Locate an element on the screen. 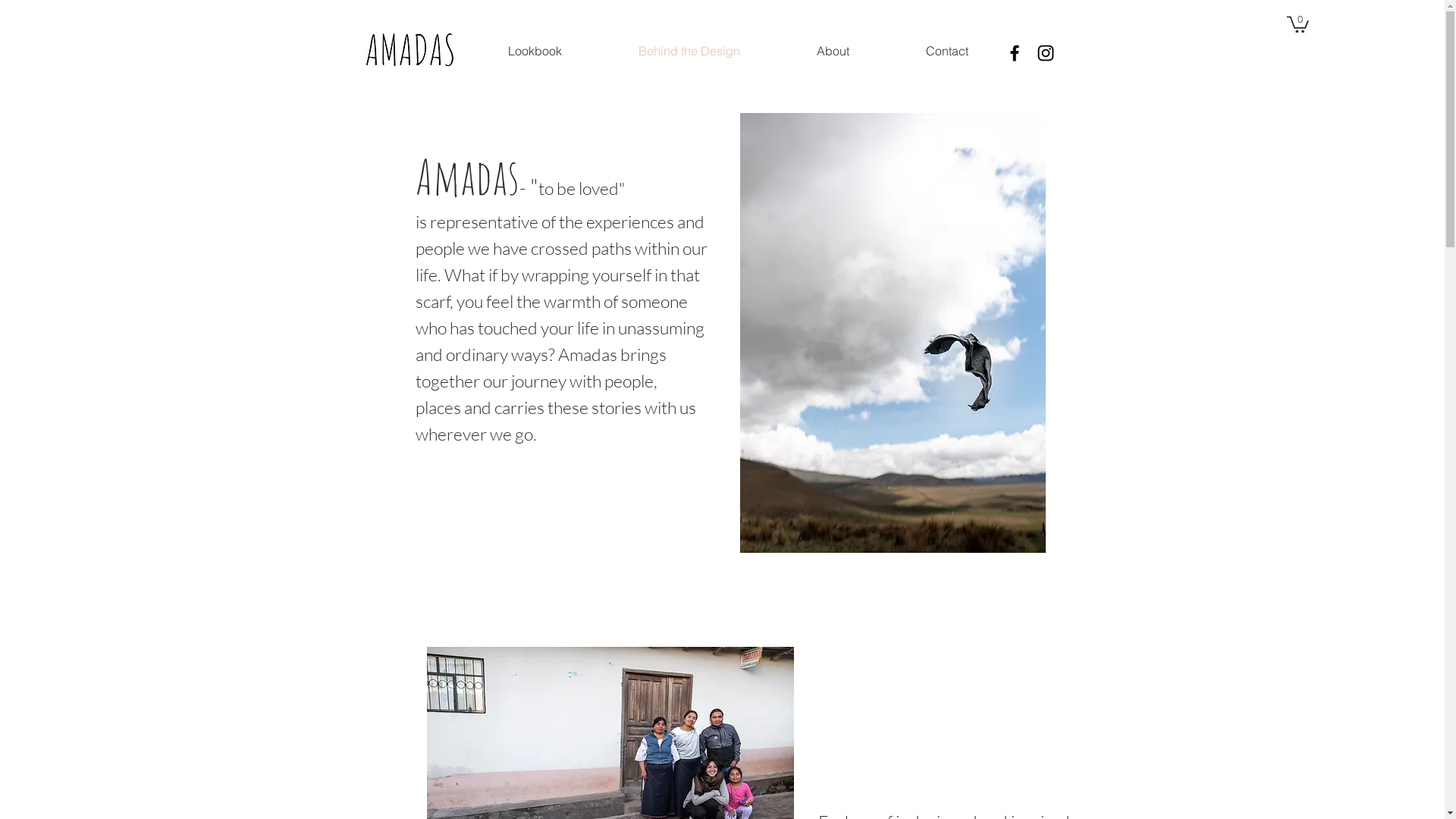 The width and height of the screenshot is (1456, 819). 'About' is located at coordinates (832, 49).